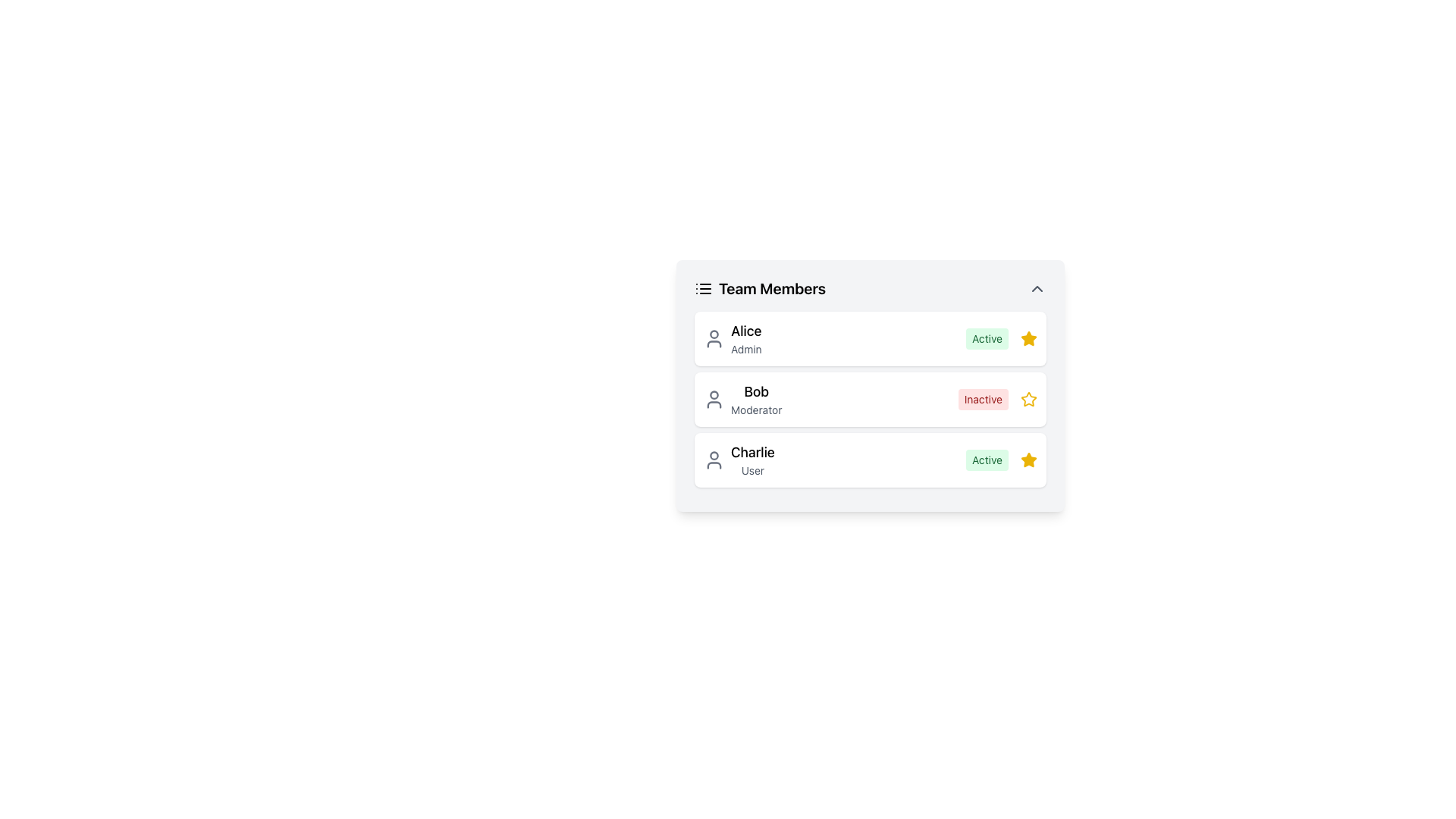 The height and width of the screenshot is (819, 1456). Describe the element at coordinates (752, 459) in the screenshot. I see `the interactive text label identifying 'Charlie' as 'User' in the 'Team Members' panel, which is located below 'Alice' and 'Bob'` at that location.